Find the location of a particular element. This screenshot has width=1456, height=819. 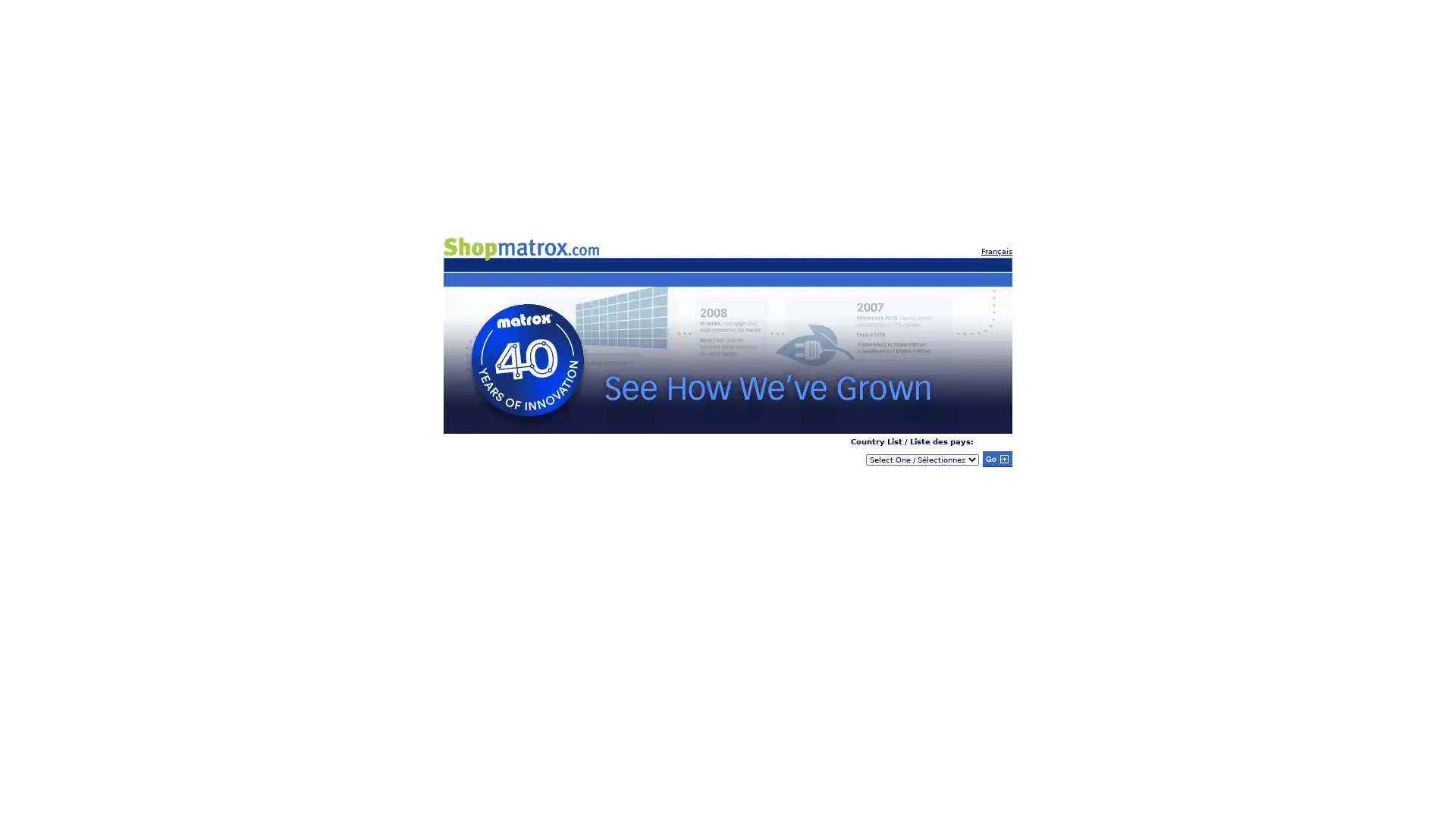

Submit is located at coordinates (997, 458).